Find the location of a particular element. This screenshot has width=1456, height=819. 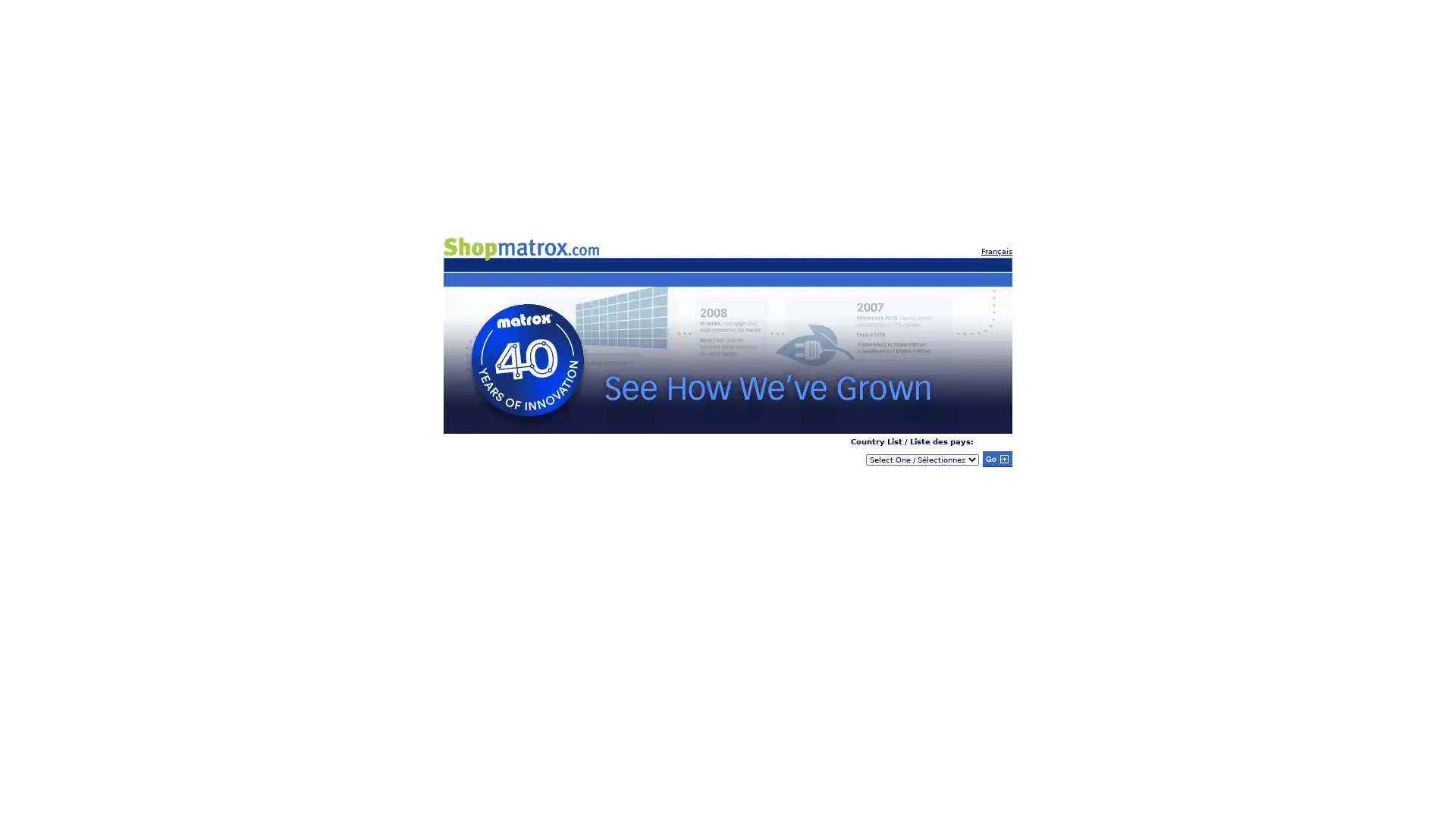

Submit is located at coordinates (997, 458).